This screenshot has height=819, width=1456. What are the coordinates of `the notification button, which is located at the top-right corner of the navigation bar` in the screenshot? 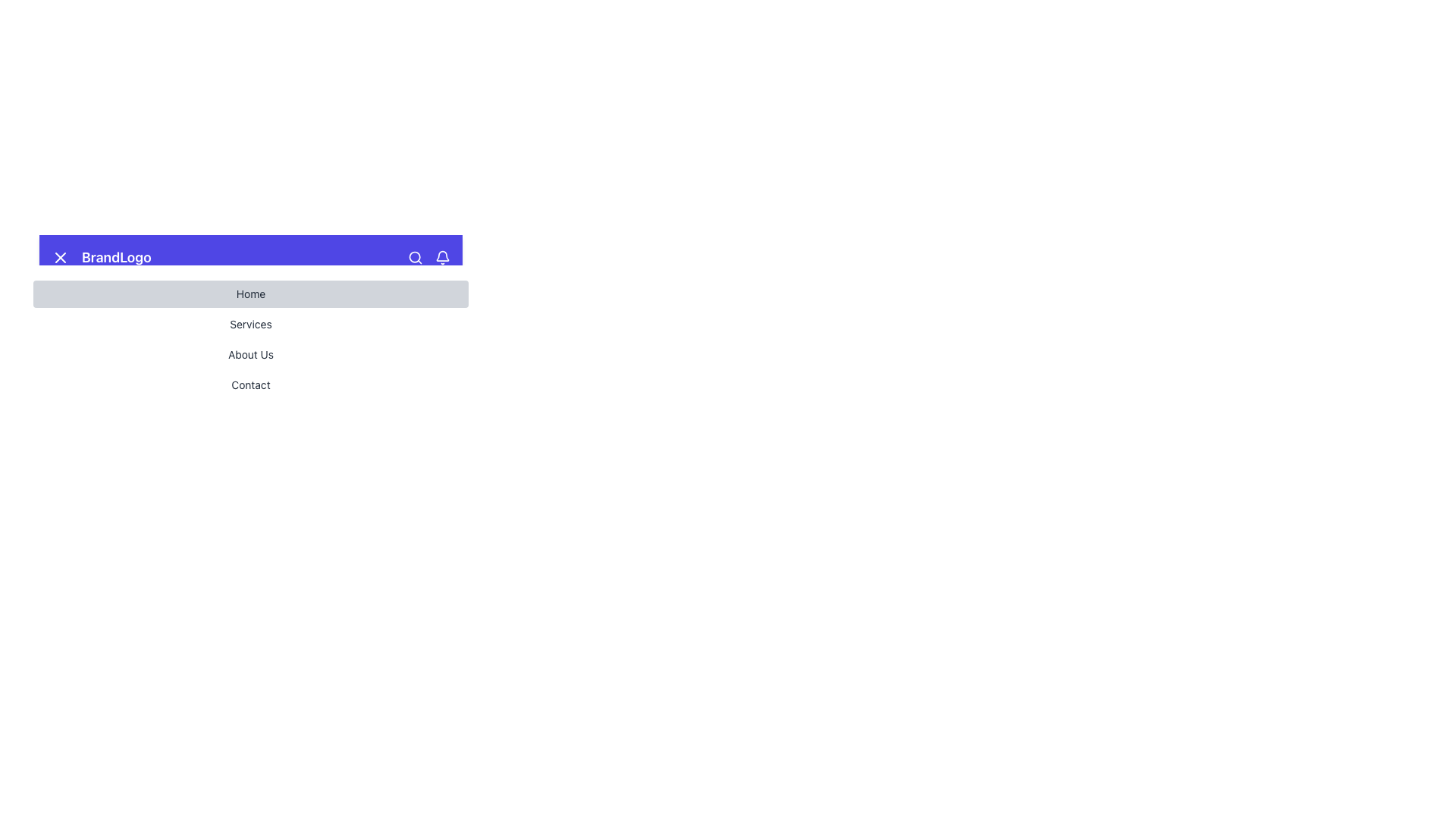 It's located at (442, 256).